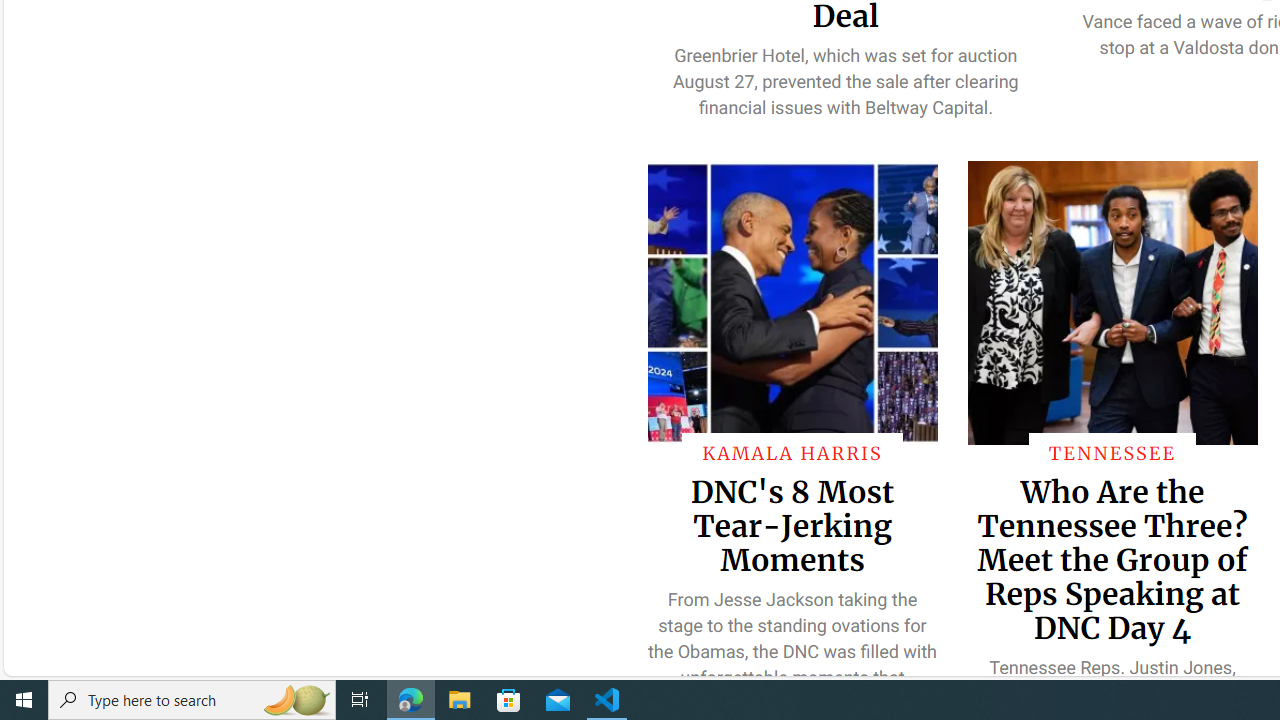 The image size is (1280, 720). What do you see at coordinates (509, 698) in the screenshot?
I see `'Microsoft Store'` at bounding box center [509, 698].